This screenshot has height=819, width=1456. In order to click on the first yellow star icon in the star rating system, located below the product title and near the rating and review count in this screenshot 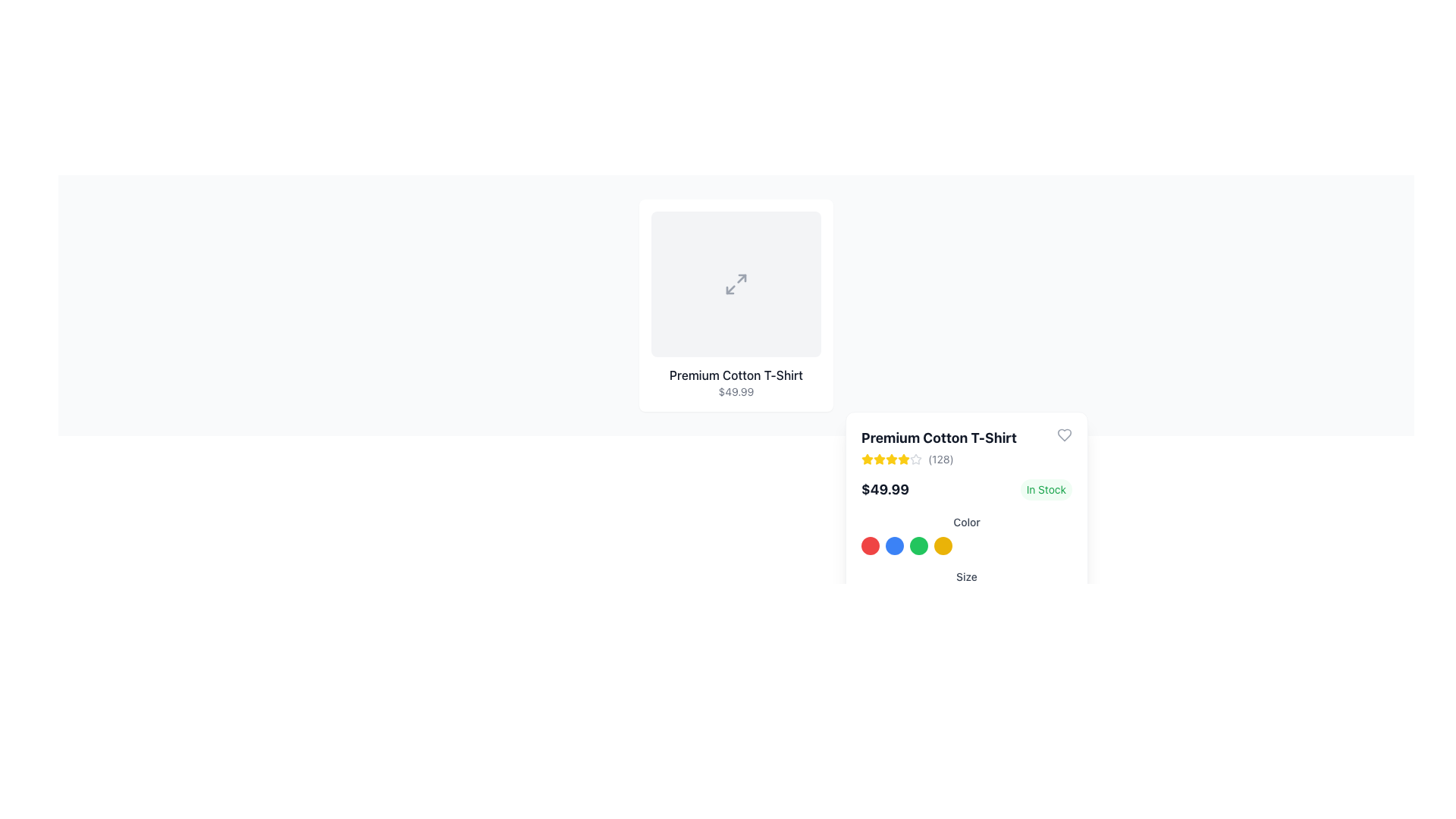, I will do `click(867, 458)`.